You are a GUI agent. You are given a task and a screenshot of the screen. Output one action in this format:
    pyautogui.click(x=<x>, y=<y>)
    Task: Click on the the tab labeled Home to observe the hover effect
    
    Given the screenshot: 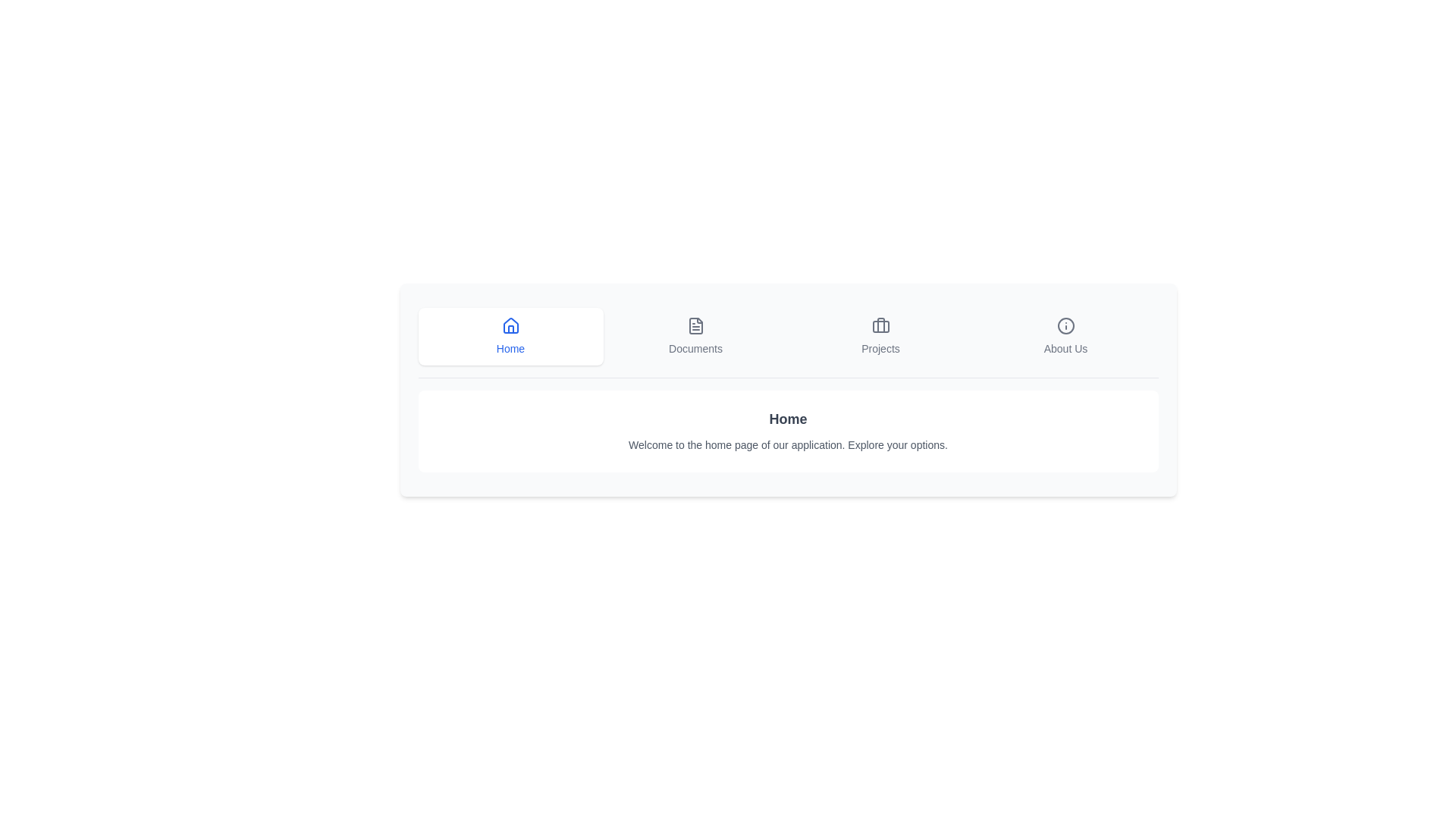 What is the action you would take?
    pyautogui.click(x=510, y=335)
    